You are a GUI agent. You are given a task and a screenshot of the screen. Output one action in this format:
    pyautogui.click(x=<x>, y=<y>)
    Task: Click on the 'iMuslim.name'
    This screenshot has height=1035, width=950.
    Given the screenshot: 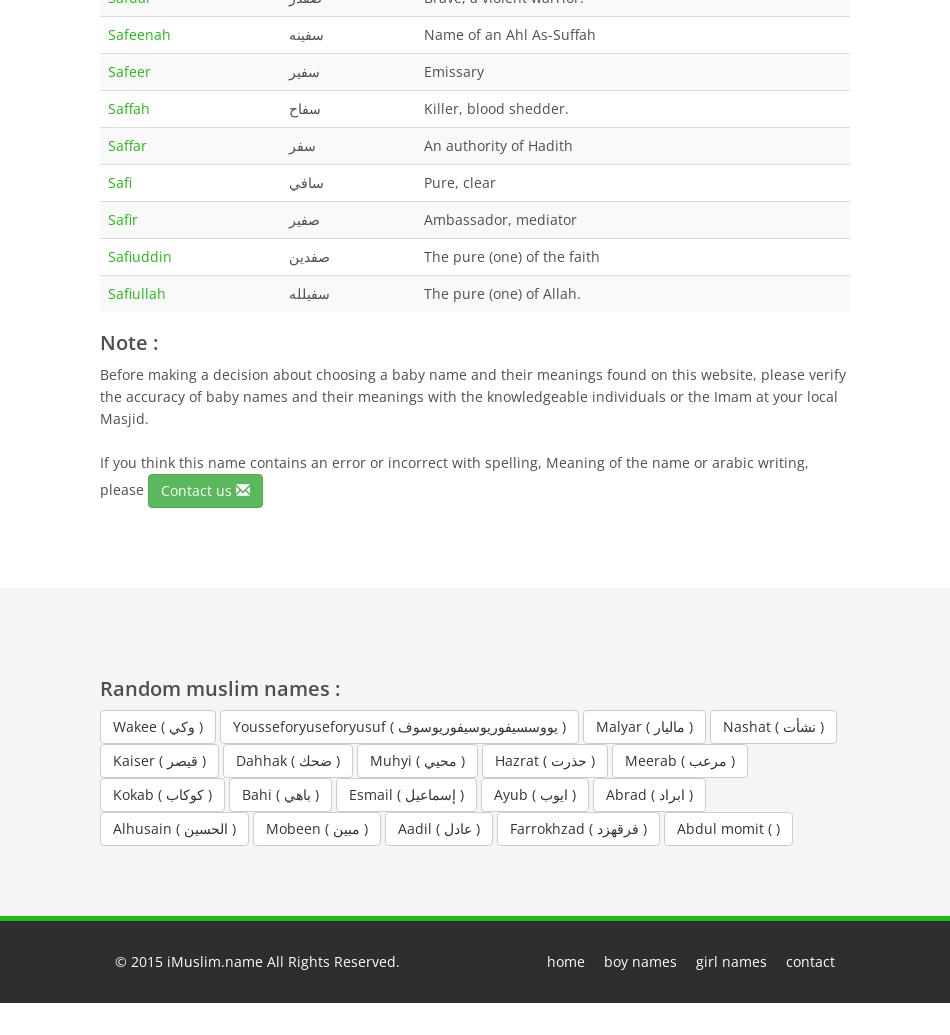 What is the action you would take?
    pyautogui.click(x=214, y=959)
    